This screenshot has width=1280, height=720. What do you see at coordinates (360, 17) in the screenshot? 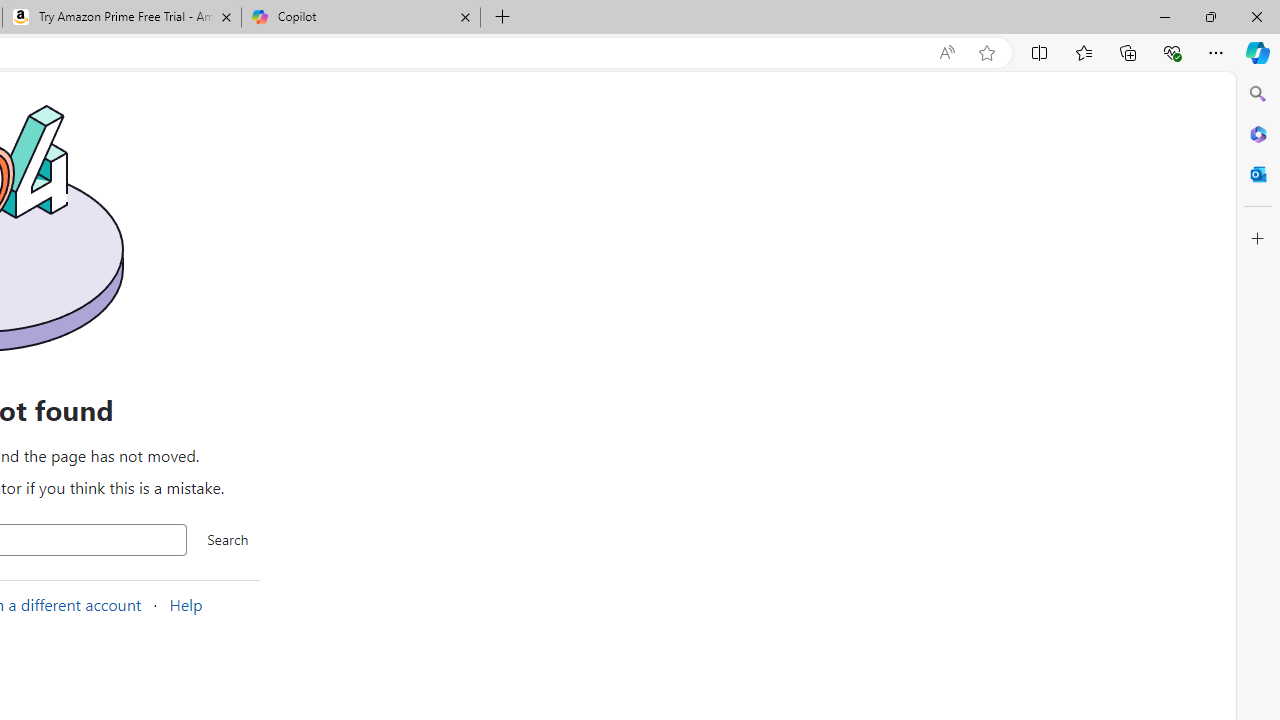
I see `'Copilot'` at bounding box center [360, 17].